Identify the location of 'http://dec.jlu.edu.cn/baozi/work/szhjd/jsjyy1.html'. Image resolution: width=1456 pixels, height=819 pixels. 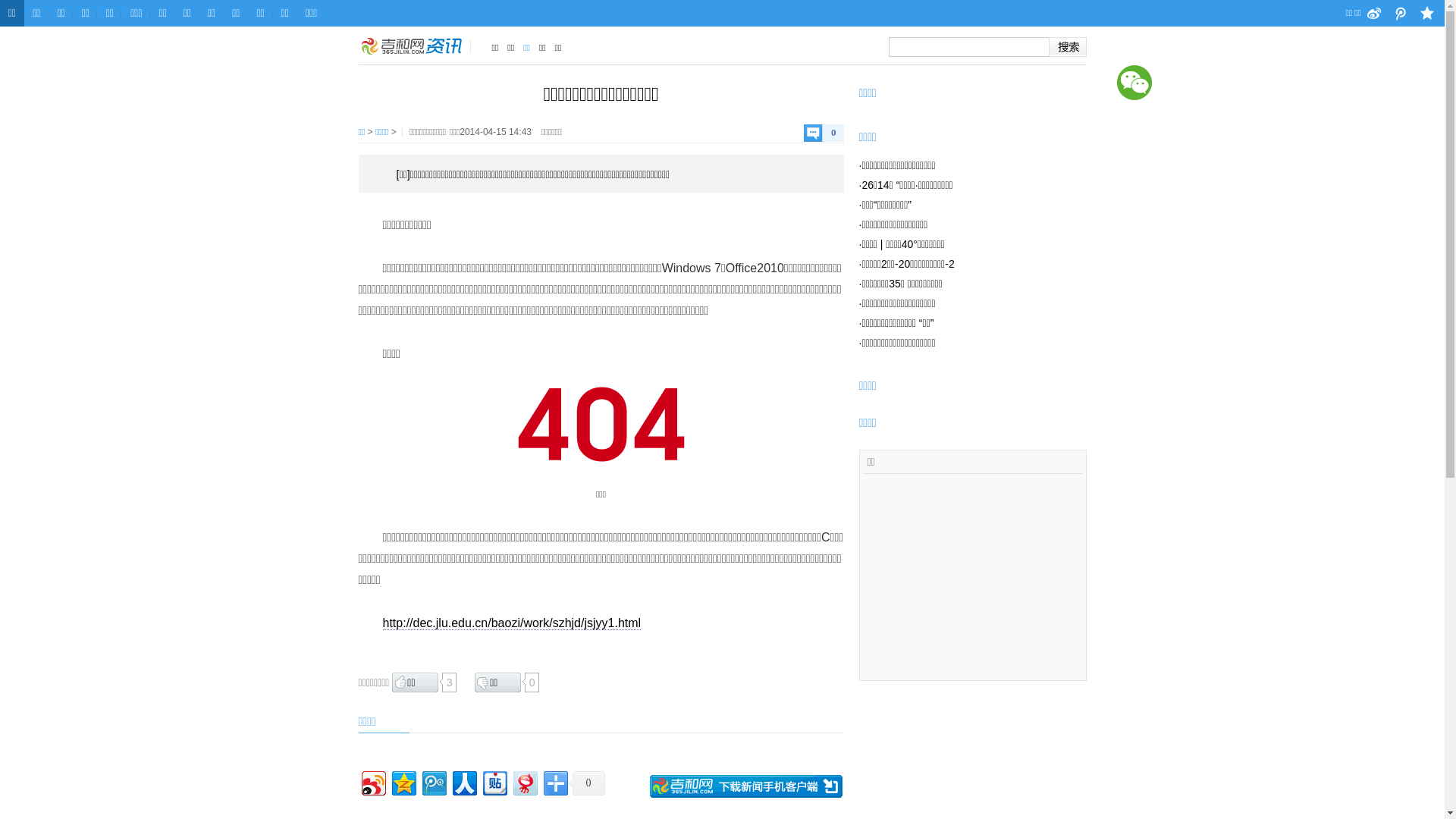
(511, 623).